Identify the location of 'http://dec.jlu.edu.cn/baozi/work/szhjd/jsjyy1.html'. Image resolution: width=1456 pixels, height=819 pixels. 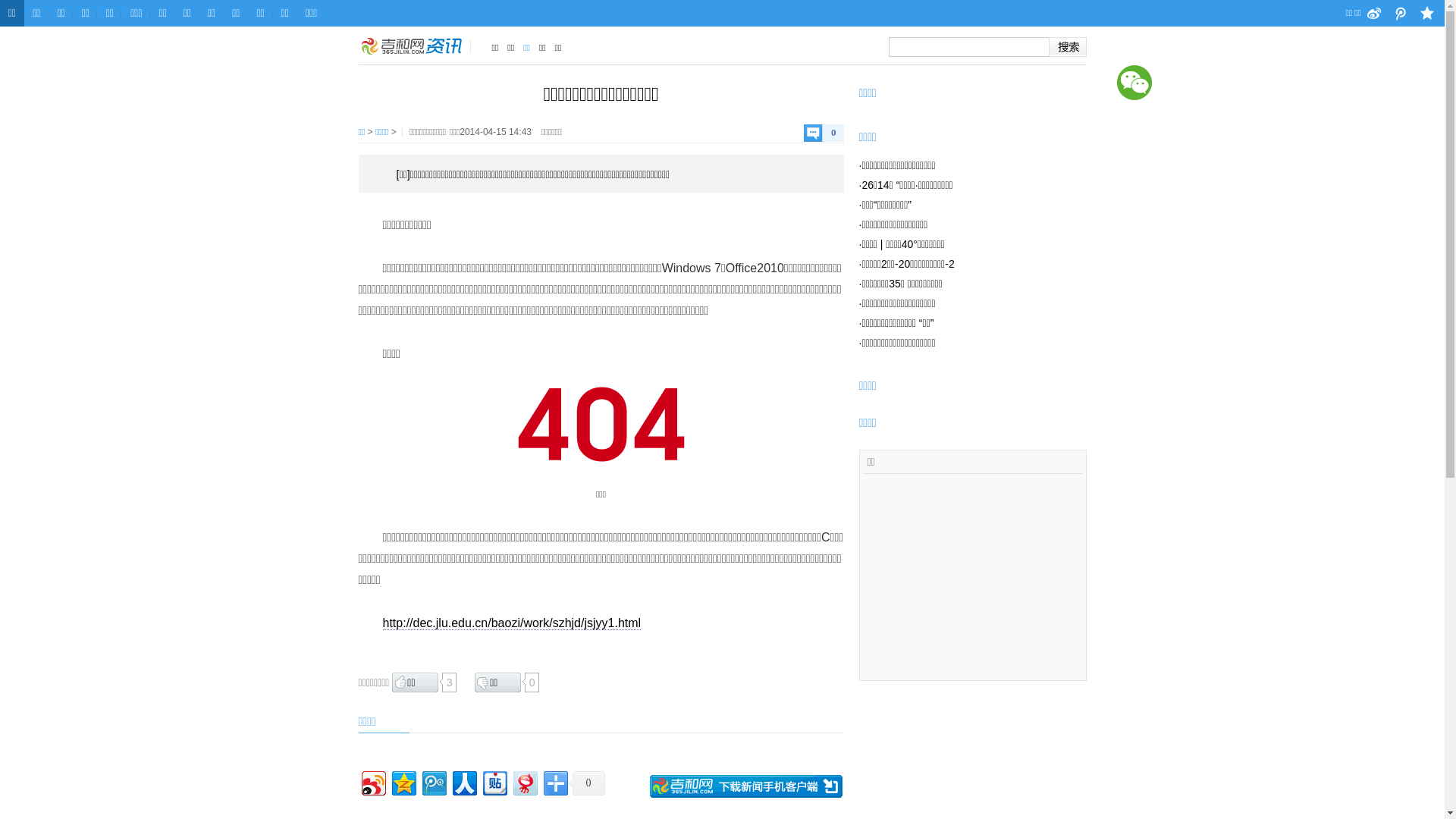
(511, 623).